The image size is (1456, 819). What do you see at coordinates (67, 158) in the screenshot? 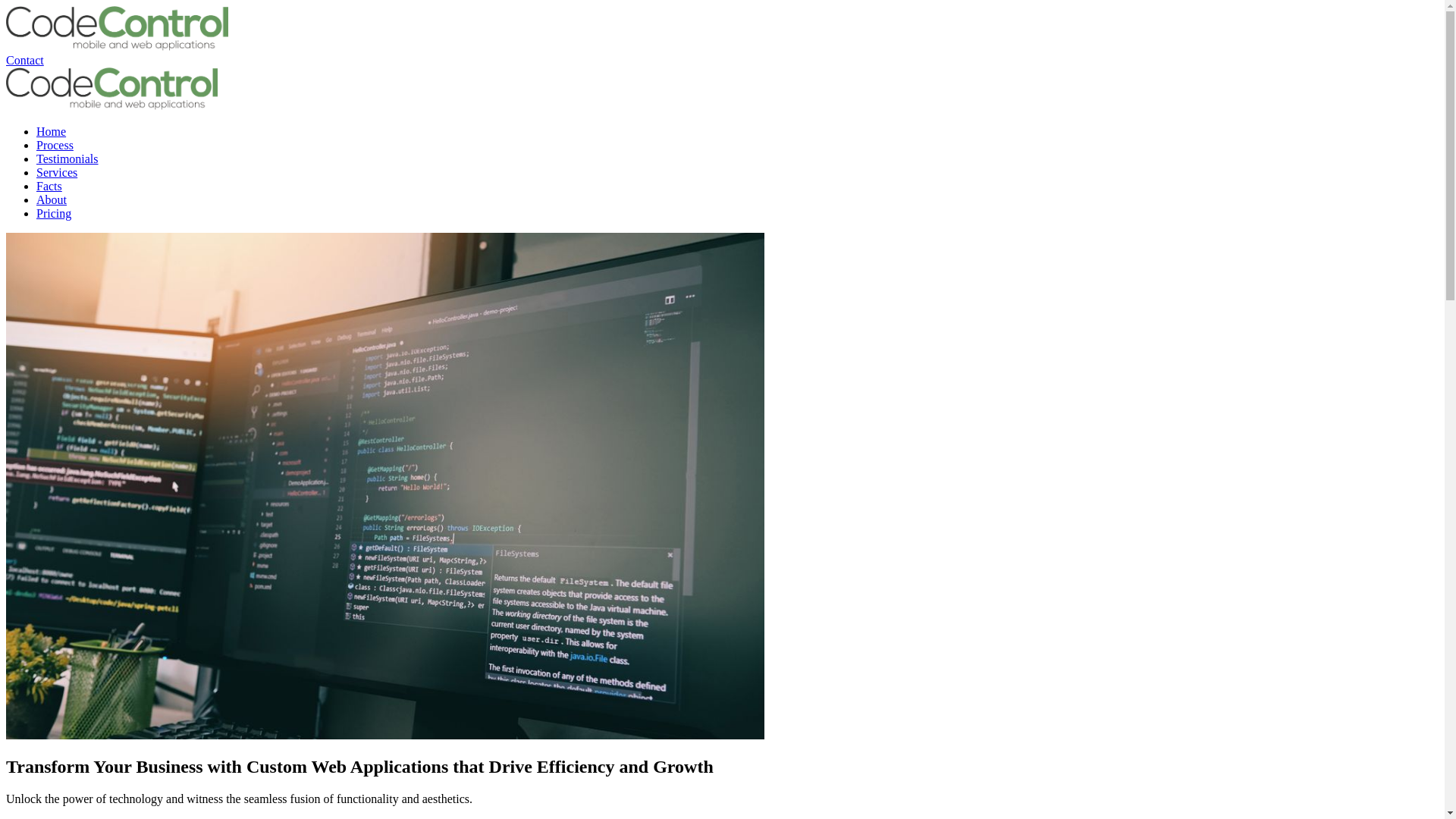
I see `'Testimonials'` at bounding box center [67, 158].